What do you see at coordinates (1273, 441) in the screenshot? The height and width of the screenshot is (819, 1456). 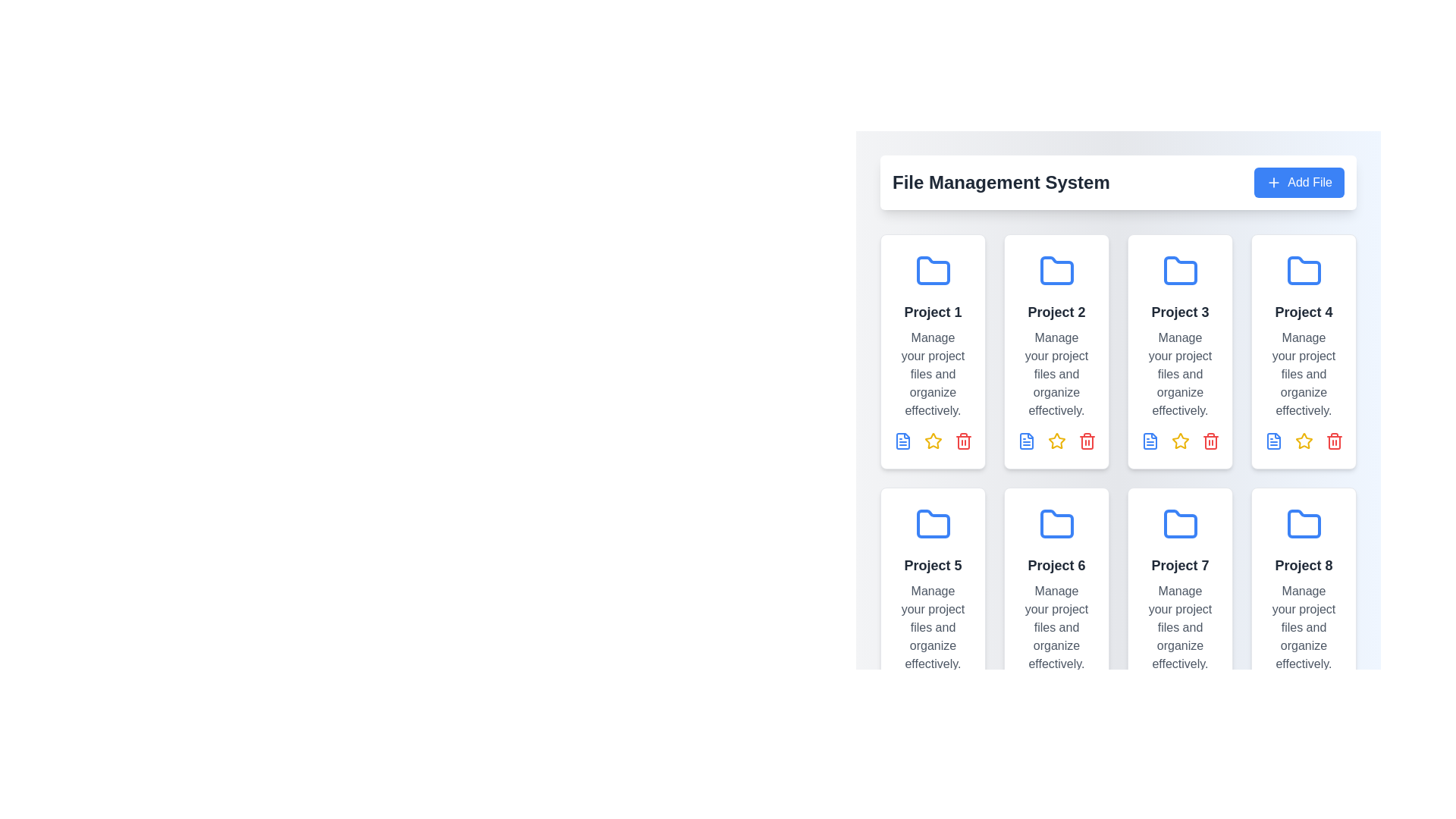 I see `the first interactive icon under the 'Project 4' card in the fourth column of the project grid` at bounding box center [1273, 441].